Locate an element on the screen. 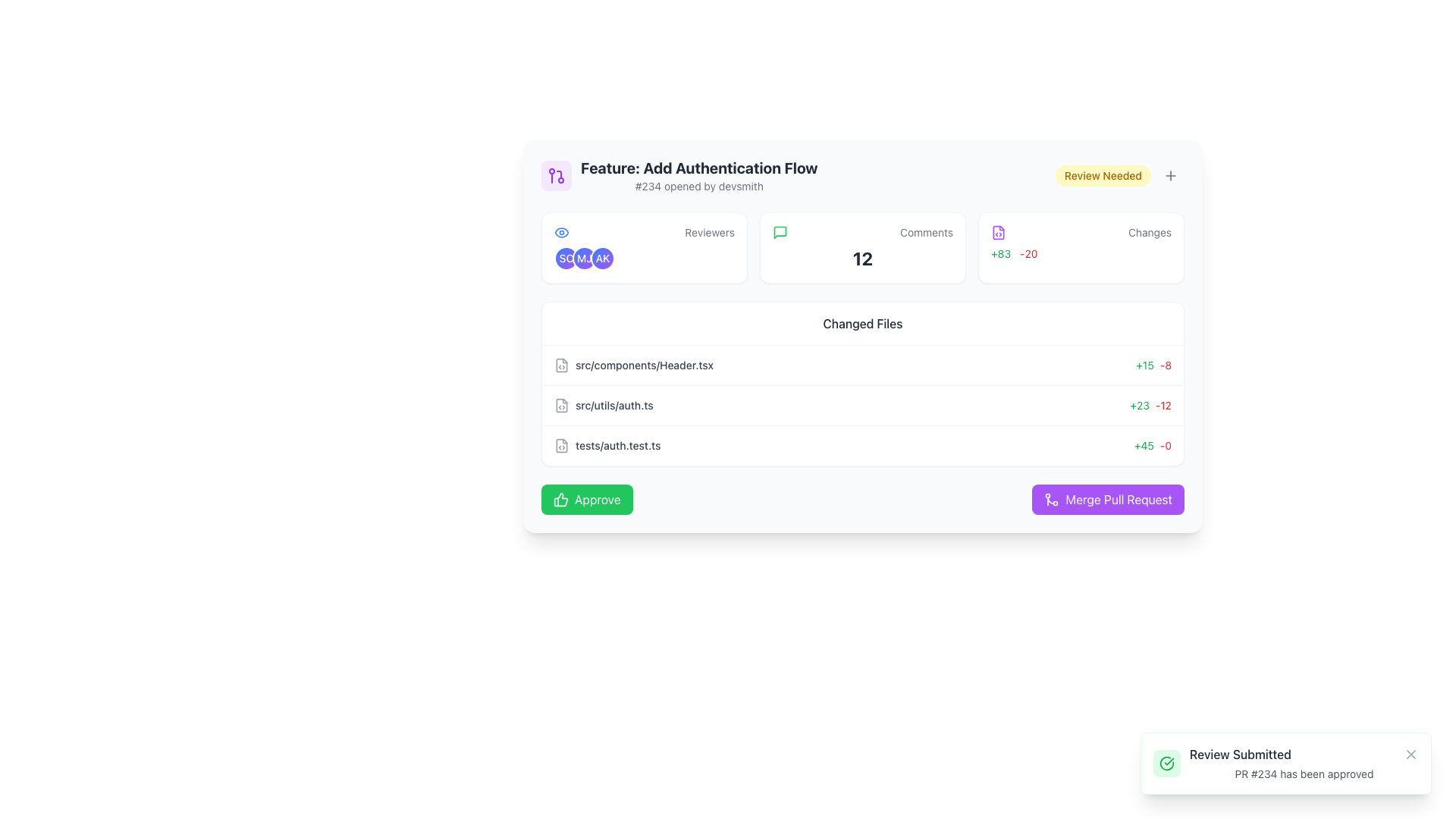 The width and height of the screenshot is (1456, 819). the text label representing the filepath of the file involved in the pull request is located at coordinates (644, 366).